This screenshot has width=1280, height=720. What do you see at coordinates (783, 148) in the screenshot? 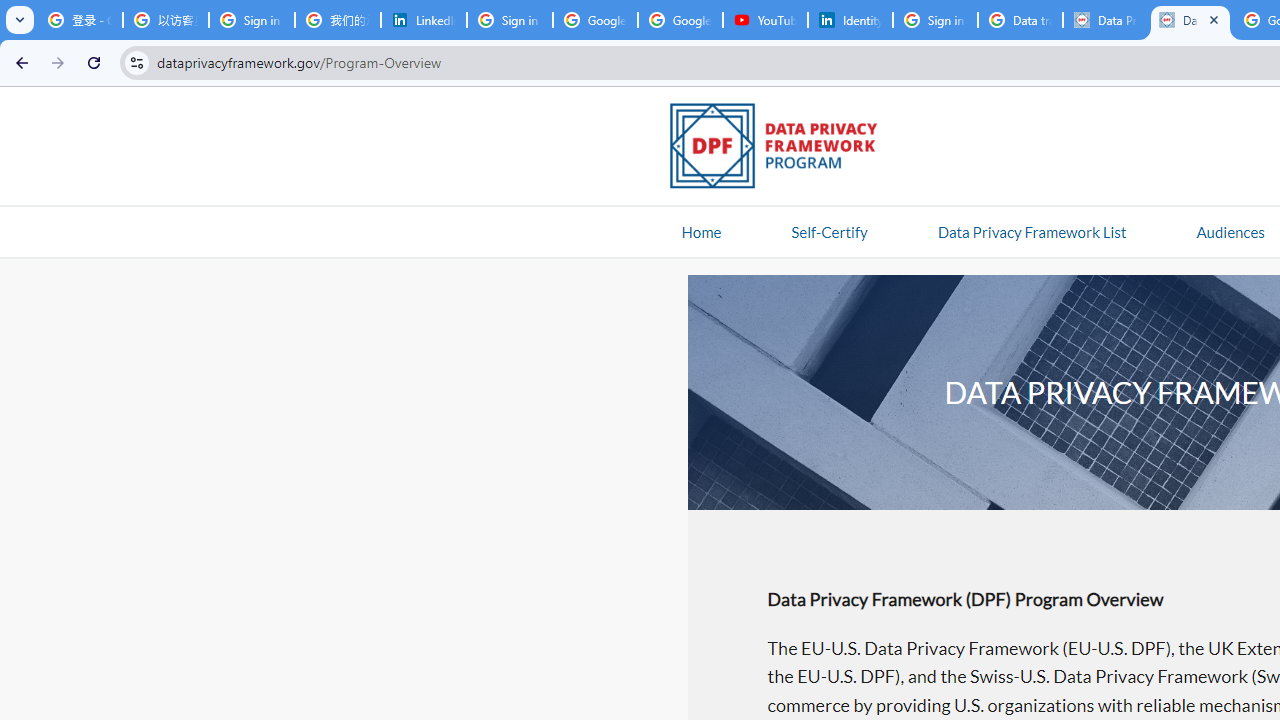
I see `'Data Privacy Framework Logo - Link to Homepage'` at bounding box center [783, 148].